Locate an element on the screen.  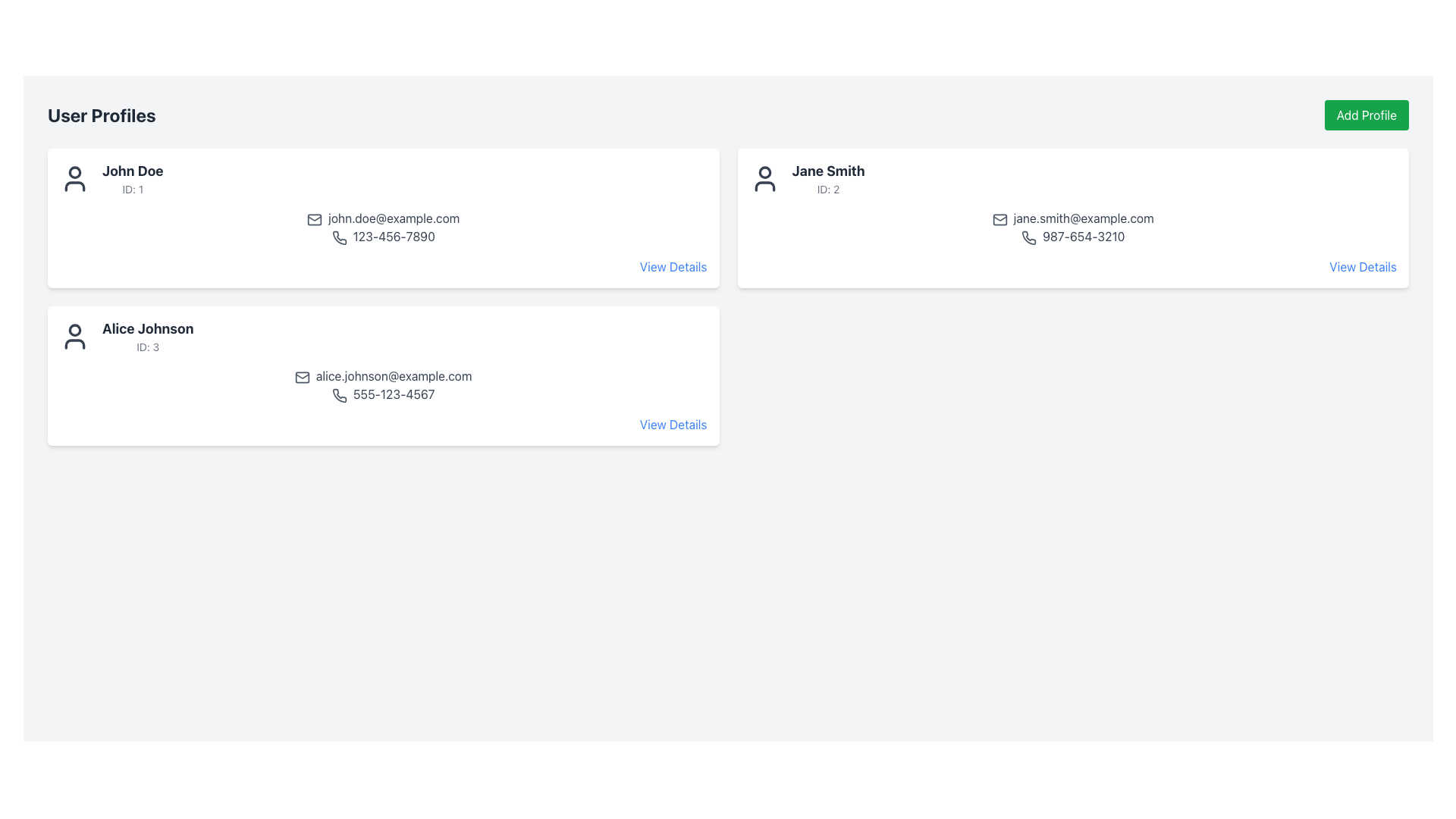
the Text Display element showing the bold name 'Alice Johnson' with ID '3' located in the second card from the top in the left column of the user profile list is located at coordinates (148, 335).